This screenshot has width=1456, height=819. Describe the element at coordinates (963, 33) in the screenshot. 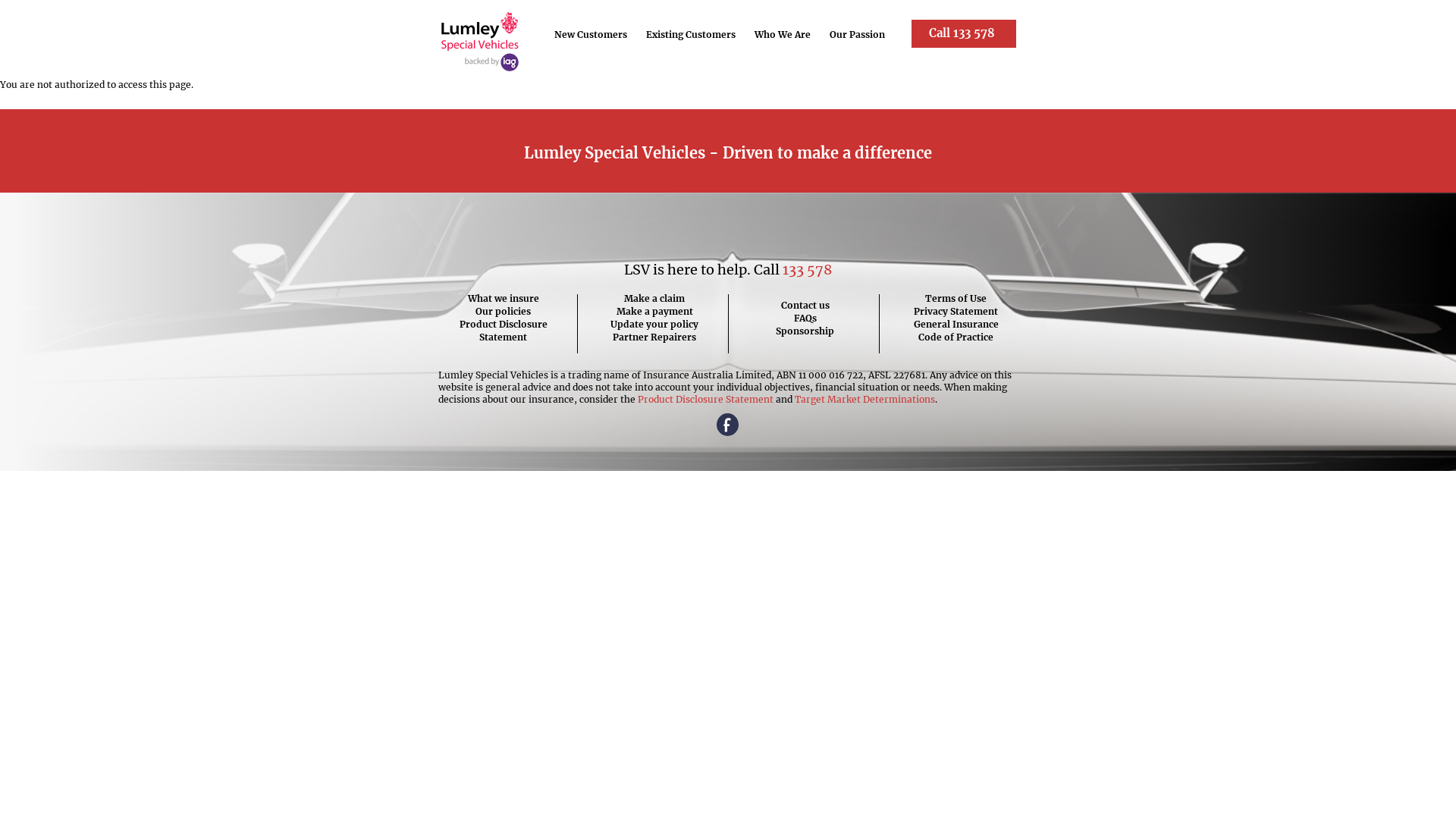

I see `'Call 133 578'` at that location.